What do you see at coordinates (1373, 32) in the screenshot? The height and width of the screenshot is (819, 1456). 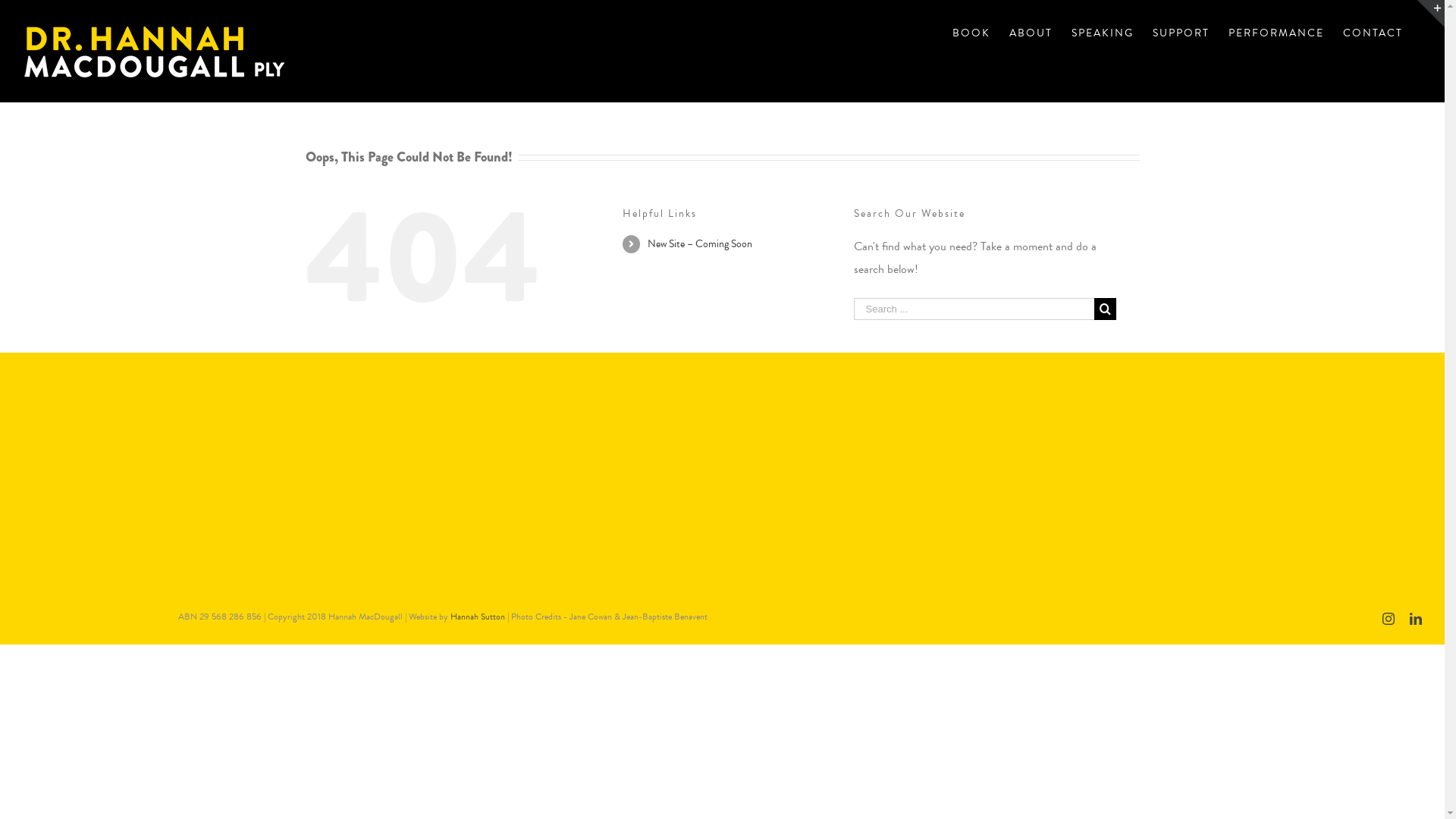 I see `'CONTACT'` at bounding box center [1373, 32].